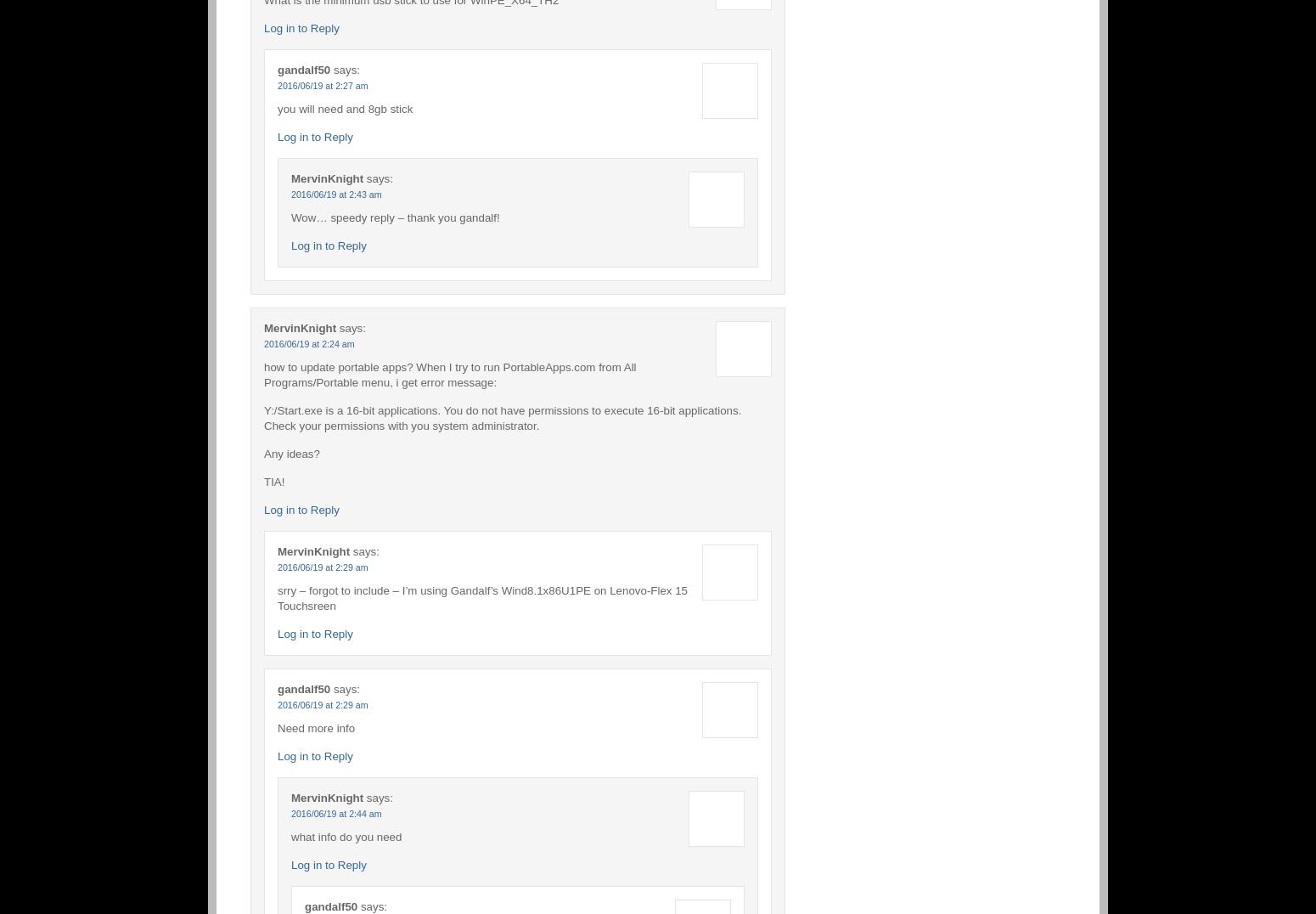 This screenshot has height=914, width=1316. Describe the element at coordinates (336, 194) in the screenshot. I see `'2016/06/19 at 2:43 am'` at that location.